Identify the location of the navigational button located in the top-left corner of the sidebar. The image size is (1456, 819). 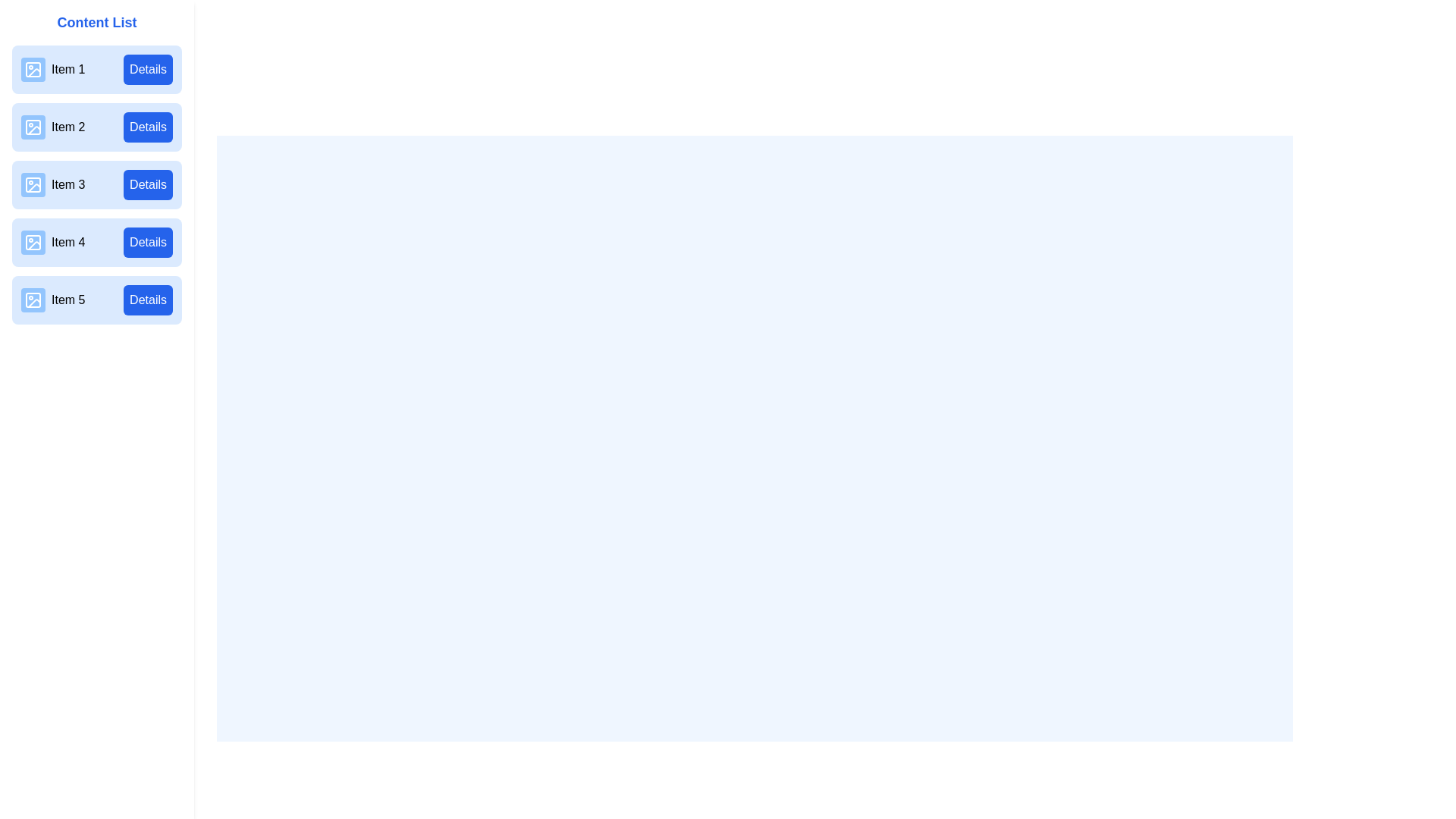
(30, 27).